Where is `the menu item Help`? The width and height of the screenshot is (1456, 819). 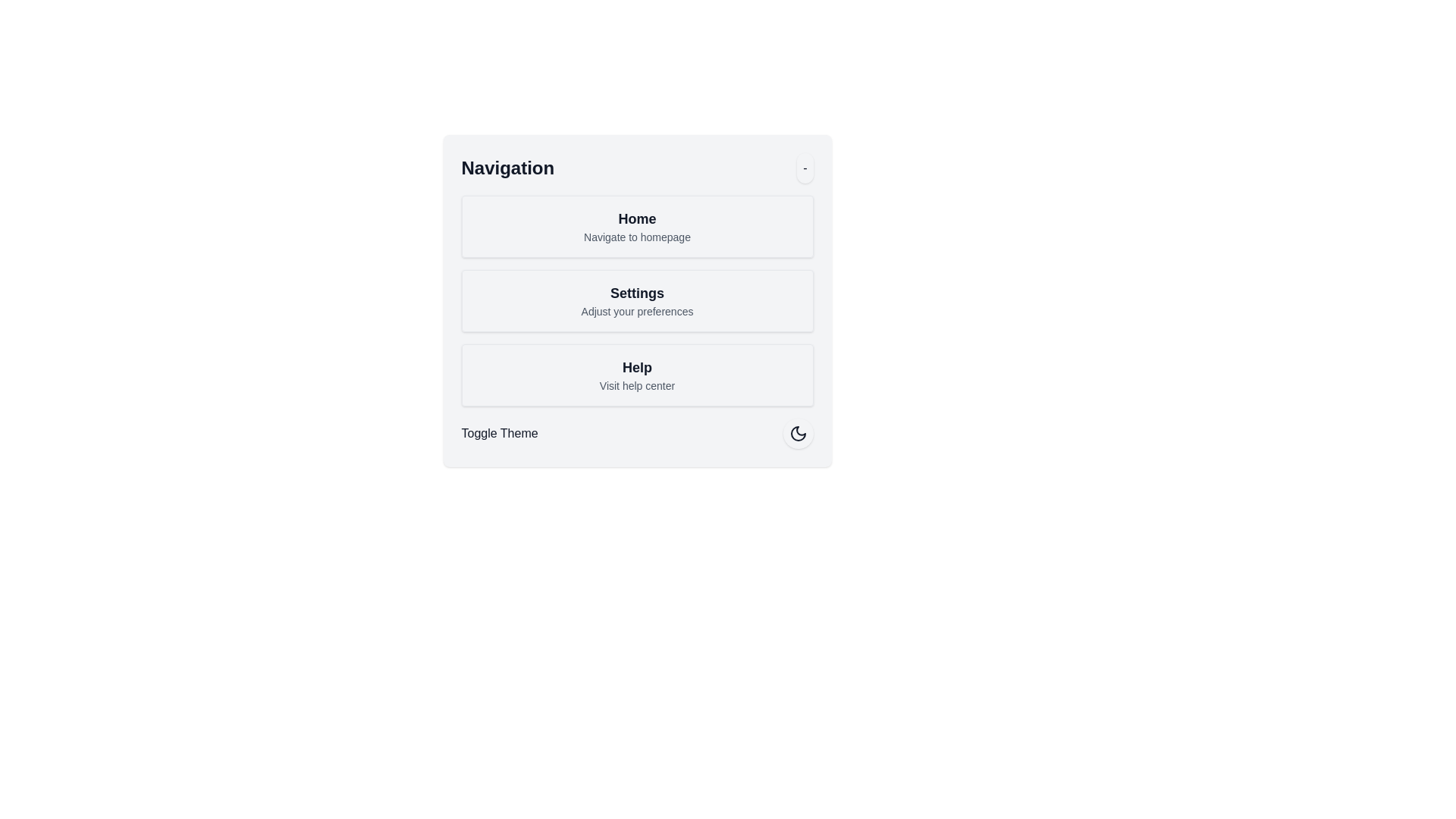
the menu item Help is located at coordinates (637, 375).